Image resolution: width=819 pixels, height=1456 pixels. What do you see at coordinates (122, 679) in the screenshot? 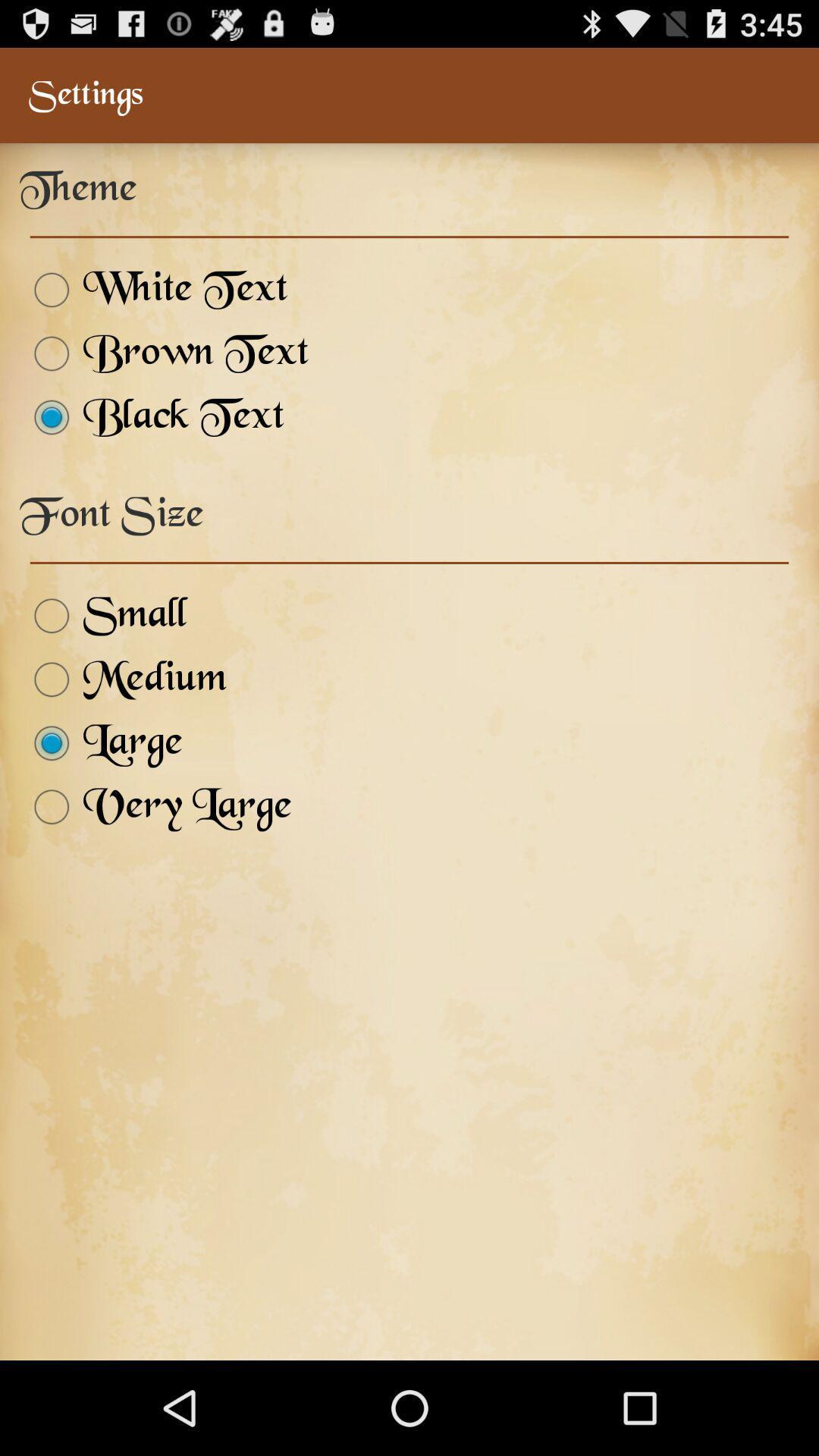
I see `item above large` at bounding box center [122, 679].